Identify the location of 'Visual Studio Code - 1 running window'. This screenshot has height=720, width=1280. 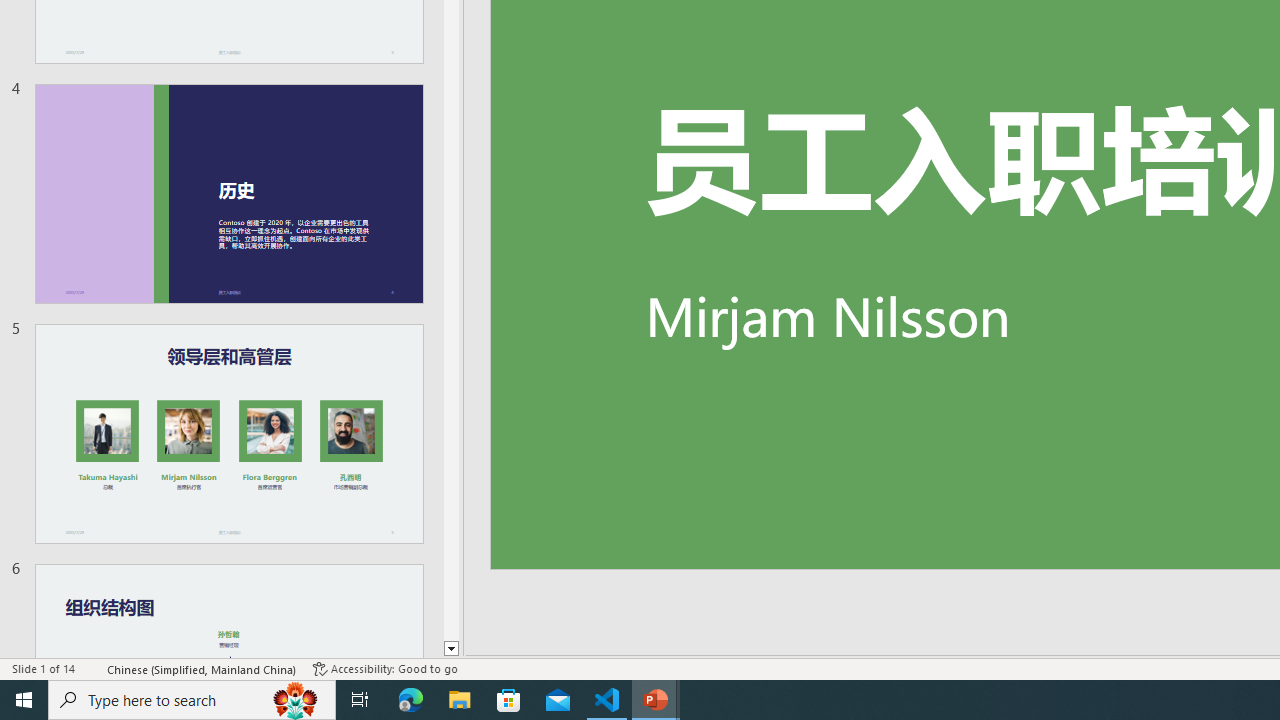
(606, 698).